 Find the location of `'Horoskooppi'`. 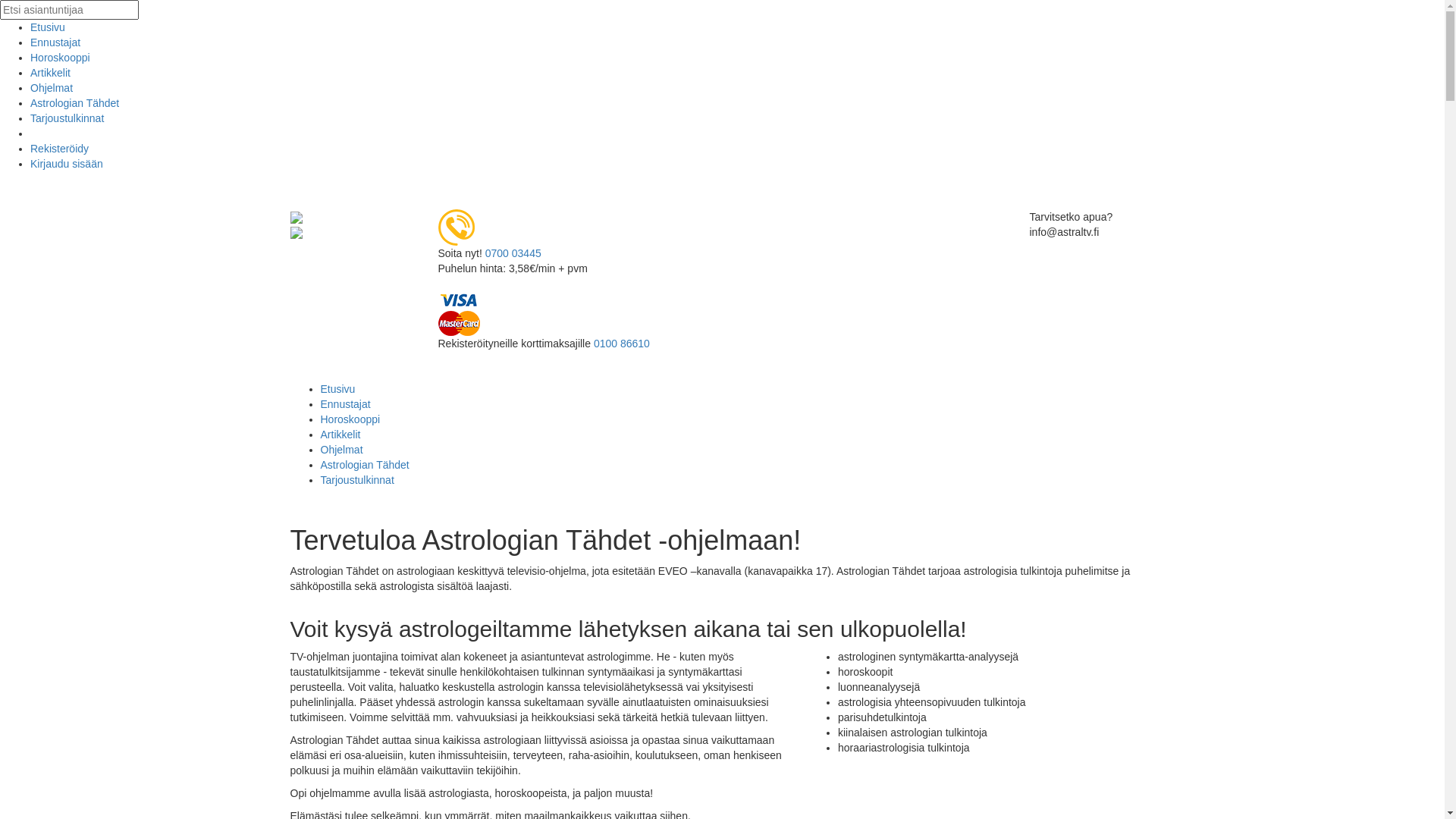

'Horoskooppi' is located at coordinates (349, 419).